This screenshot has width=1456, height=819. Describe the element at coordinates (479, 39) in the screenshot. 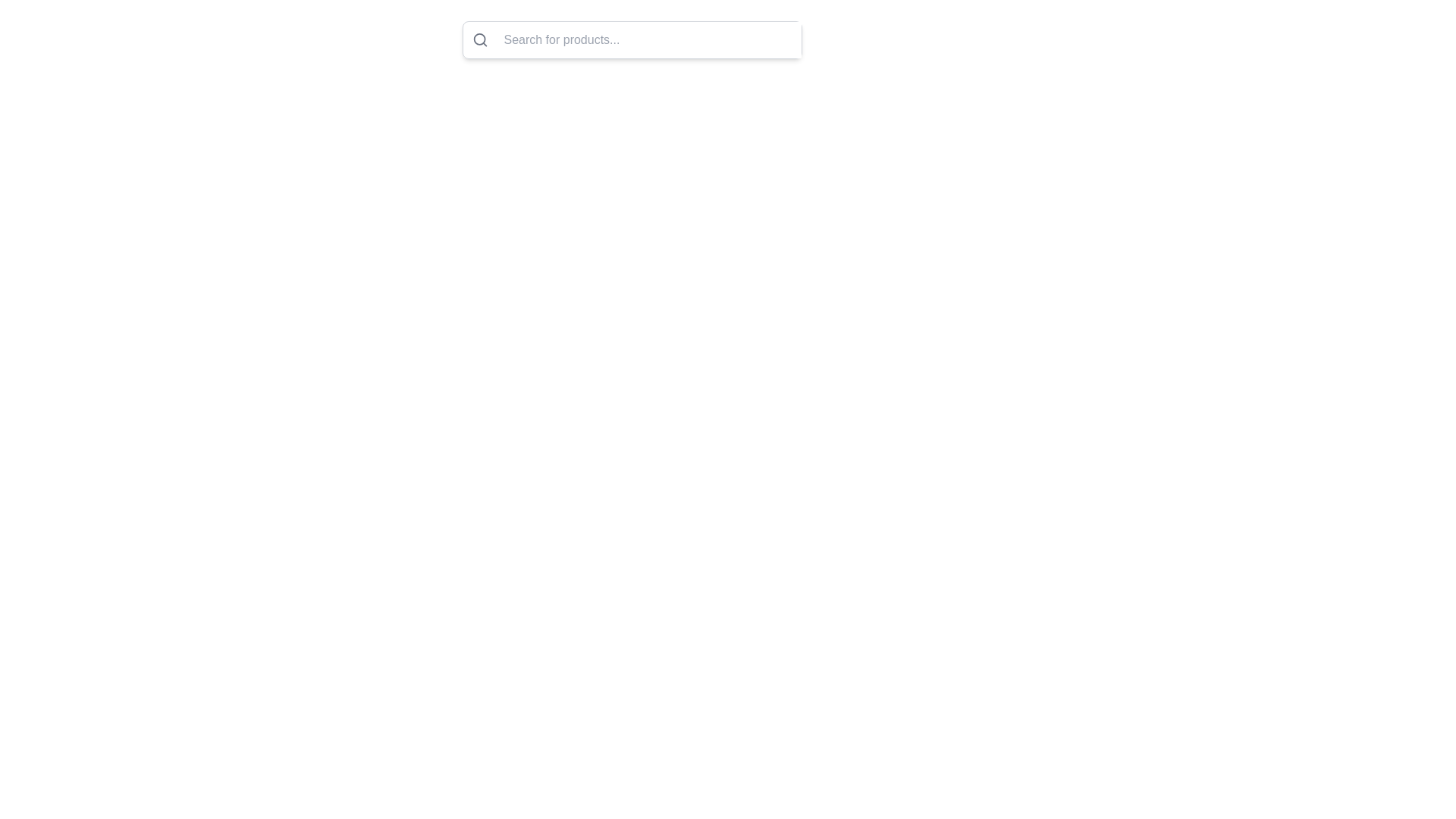

I see `the decorative graphical element that resembles a search icon's magnifying glass head, located at the top-center of the interface within the left section of the horizontal search bar` at that location.